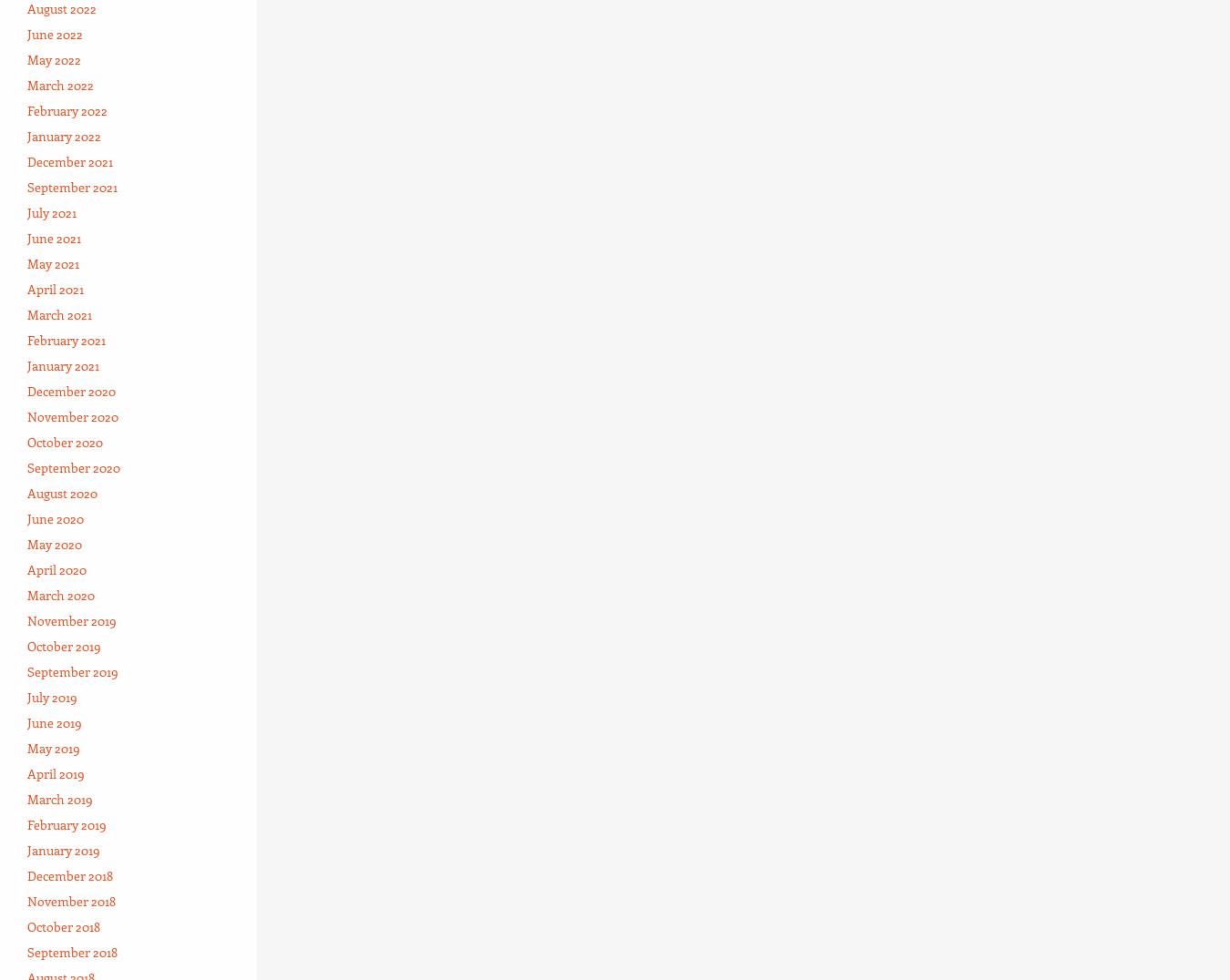 Image resolution: width=1230 pixels, height=980 pixels. I want to click on 'October 2019', so click(63, 645).